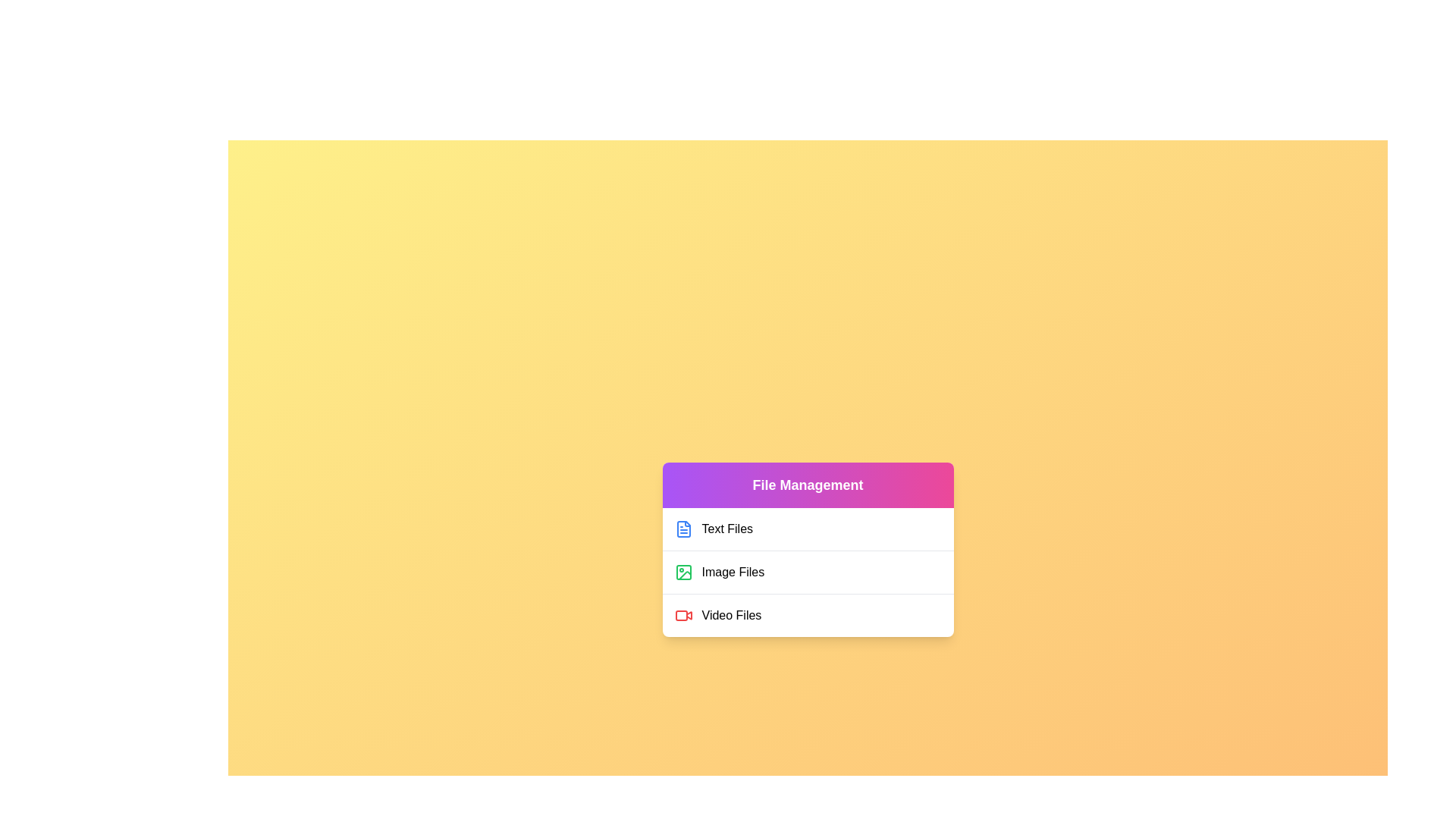  What do you see at coordinates (807, 529) in the screenshot?
I see `the file category Text Files to observe the visual feedback` at bounding box center [807, 529].